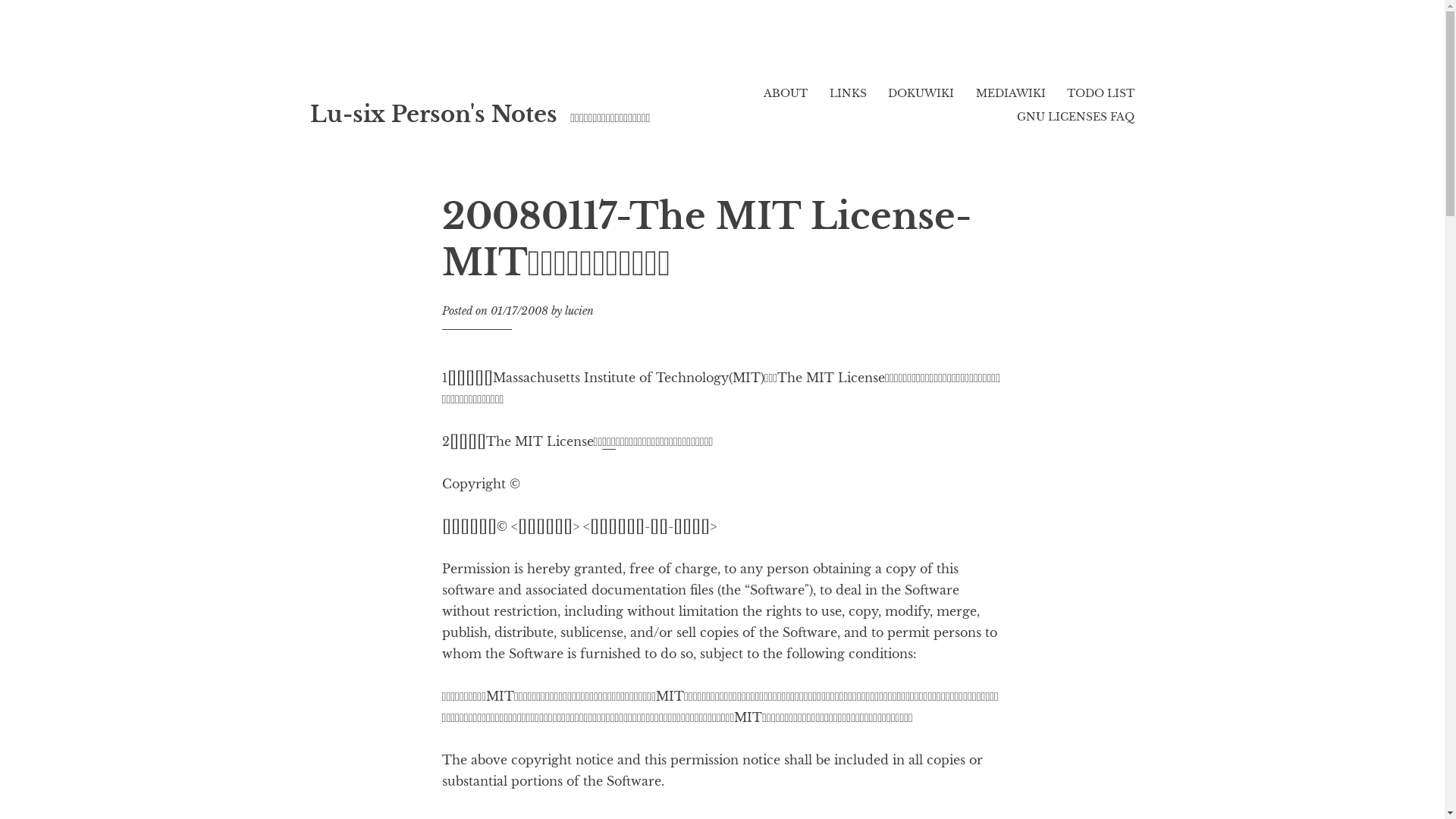  What do you see at coordinates (432, 113) in the screenshot?
I see `'Lu-six Person's Notes'` at bounding box center [432, 113].